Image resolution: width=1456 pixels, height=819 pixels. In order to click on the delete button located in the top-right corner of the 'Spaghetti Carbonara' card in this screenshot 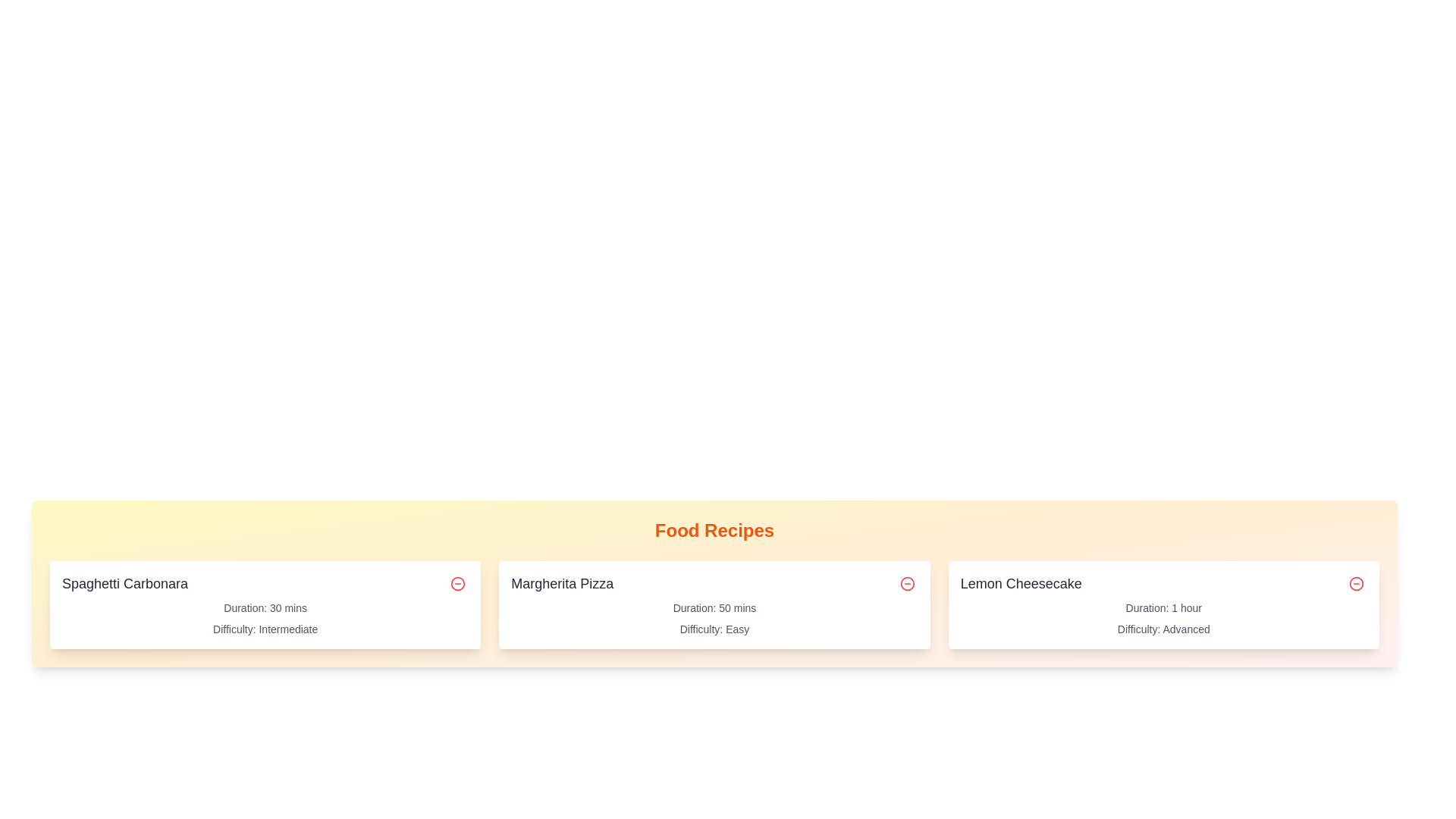, I will do `click(457, 583)`.